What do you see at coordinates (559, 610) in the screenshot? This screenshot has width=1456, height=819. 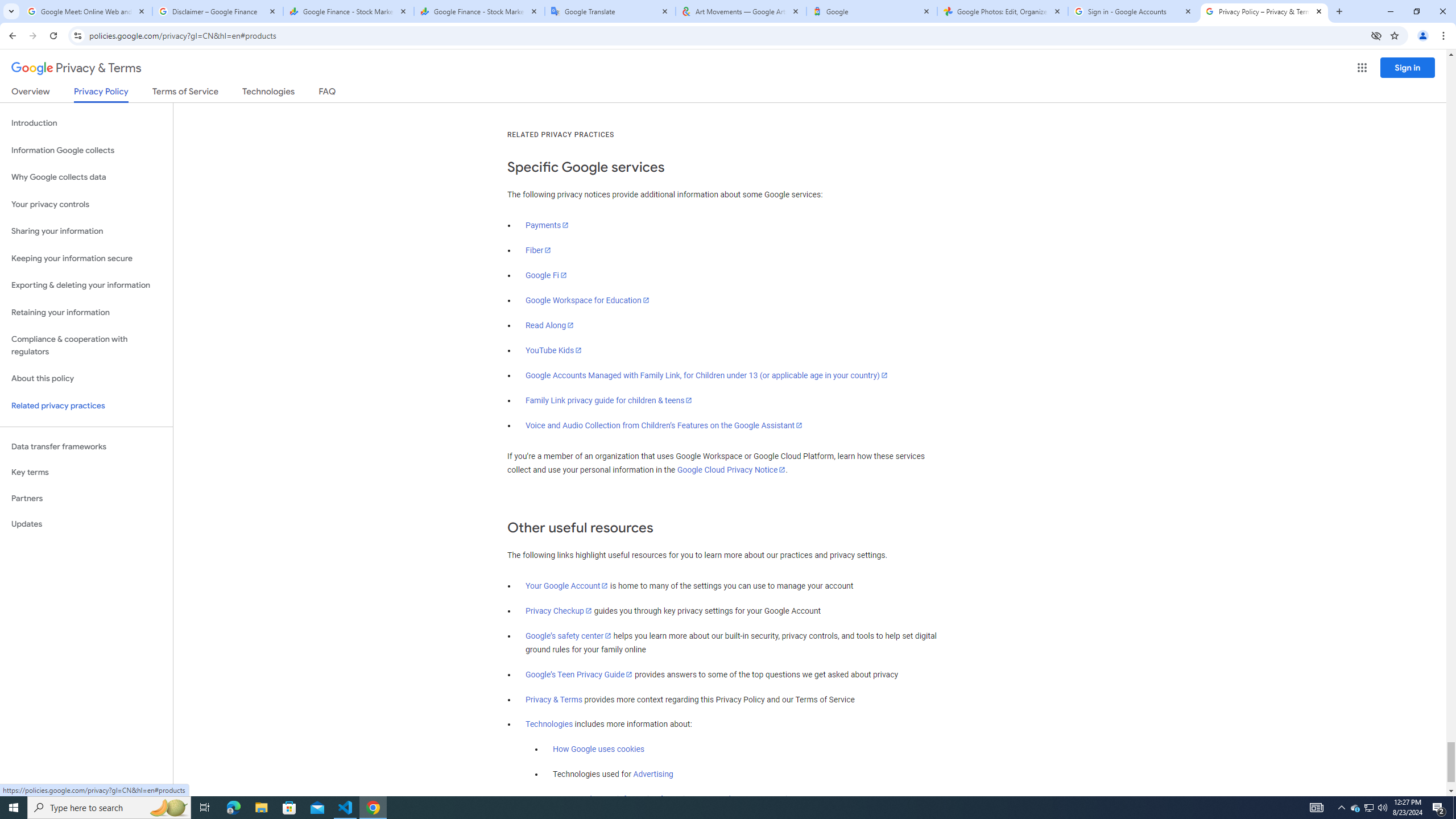 I see `'Privacy Checkup'` at bounding box center [559, 610].